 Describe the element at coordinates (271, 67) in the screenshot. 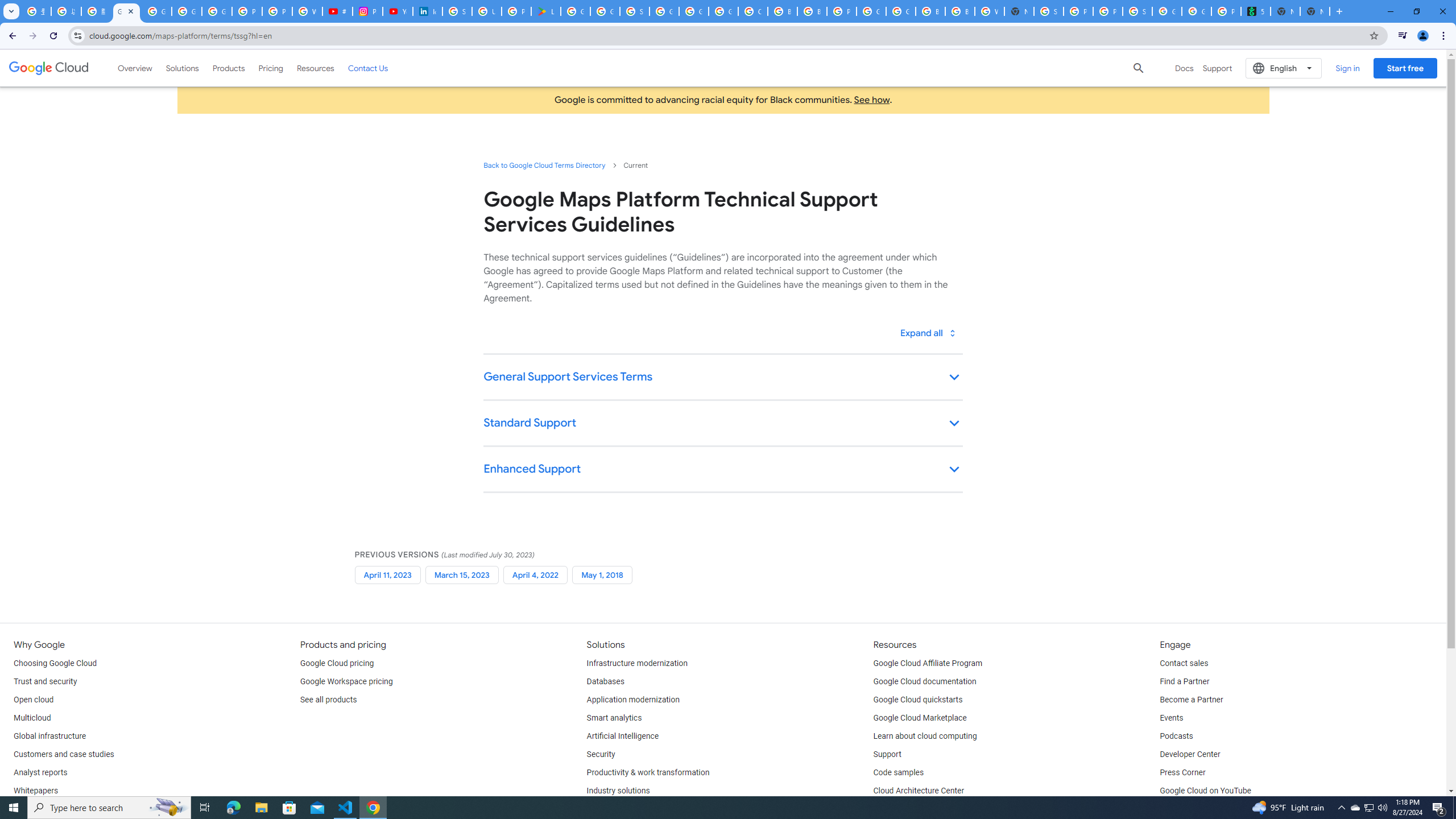

I see `'Pricing'` at that location.